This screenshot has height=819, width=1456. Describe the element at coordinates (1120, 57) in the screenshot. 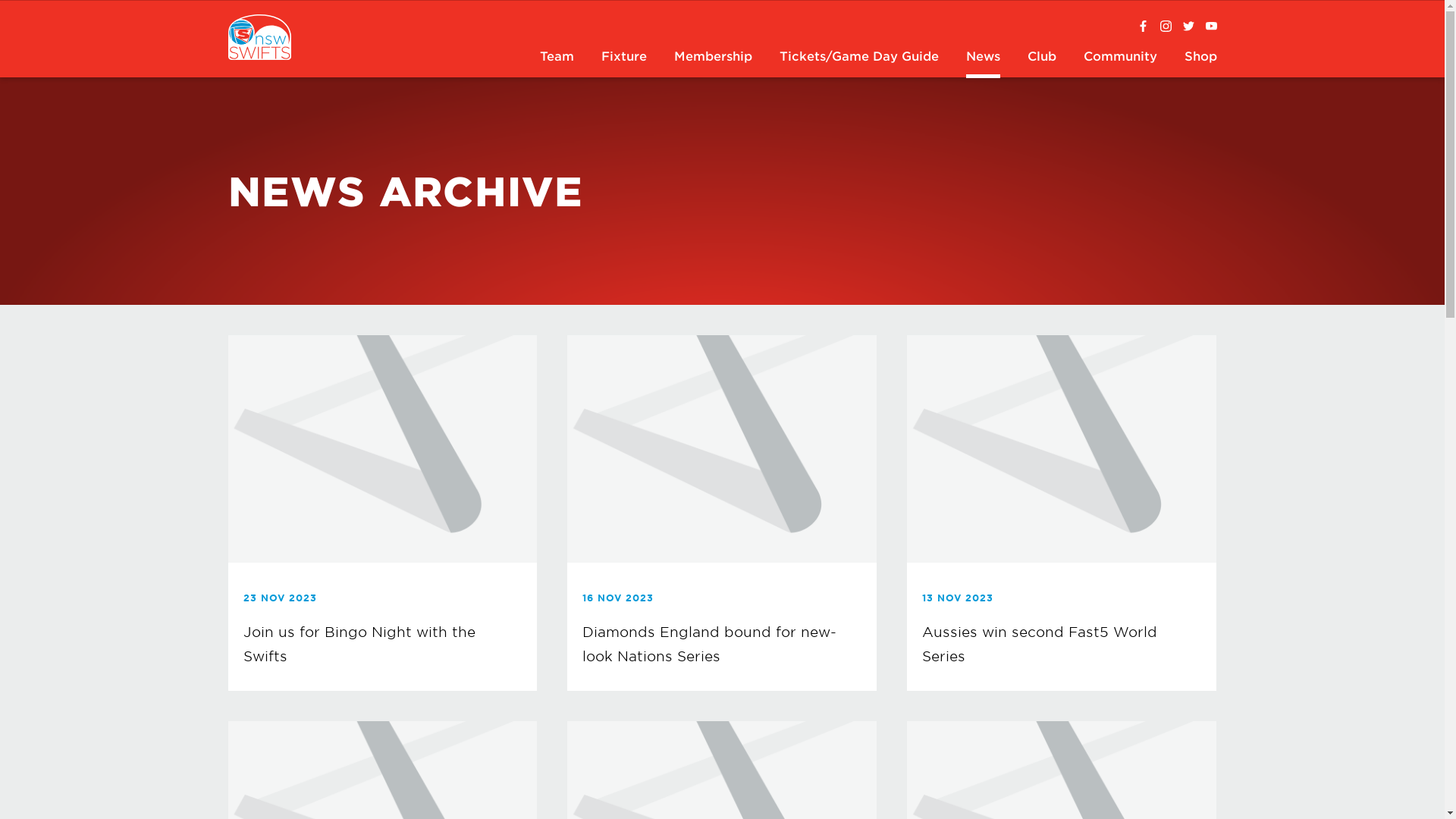

I see `'Community'` at that location.